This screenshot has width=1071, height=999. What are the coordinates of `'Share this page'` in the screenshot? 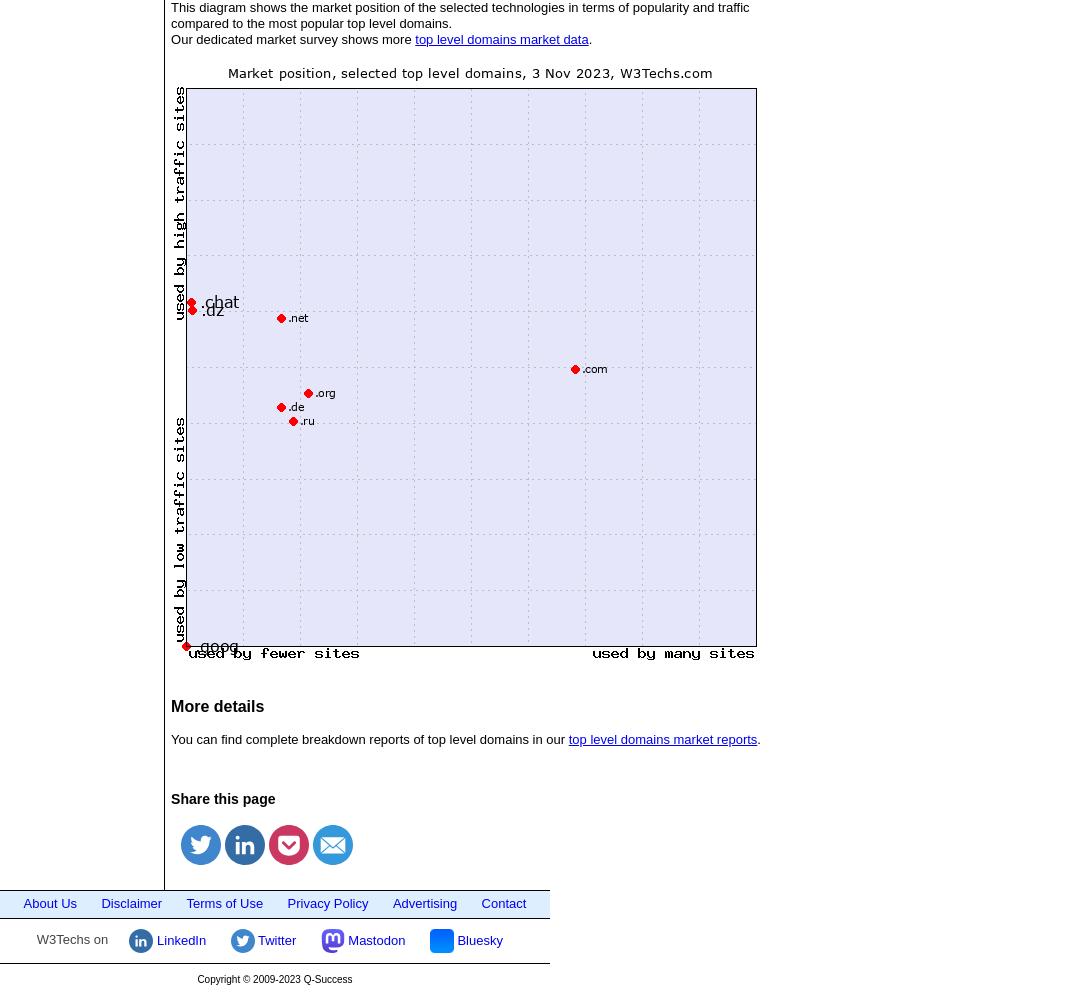 It's located at (221, 799).